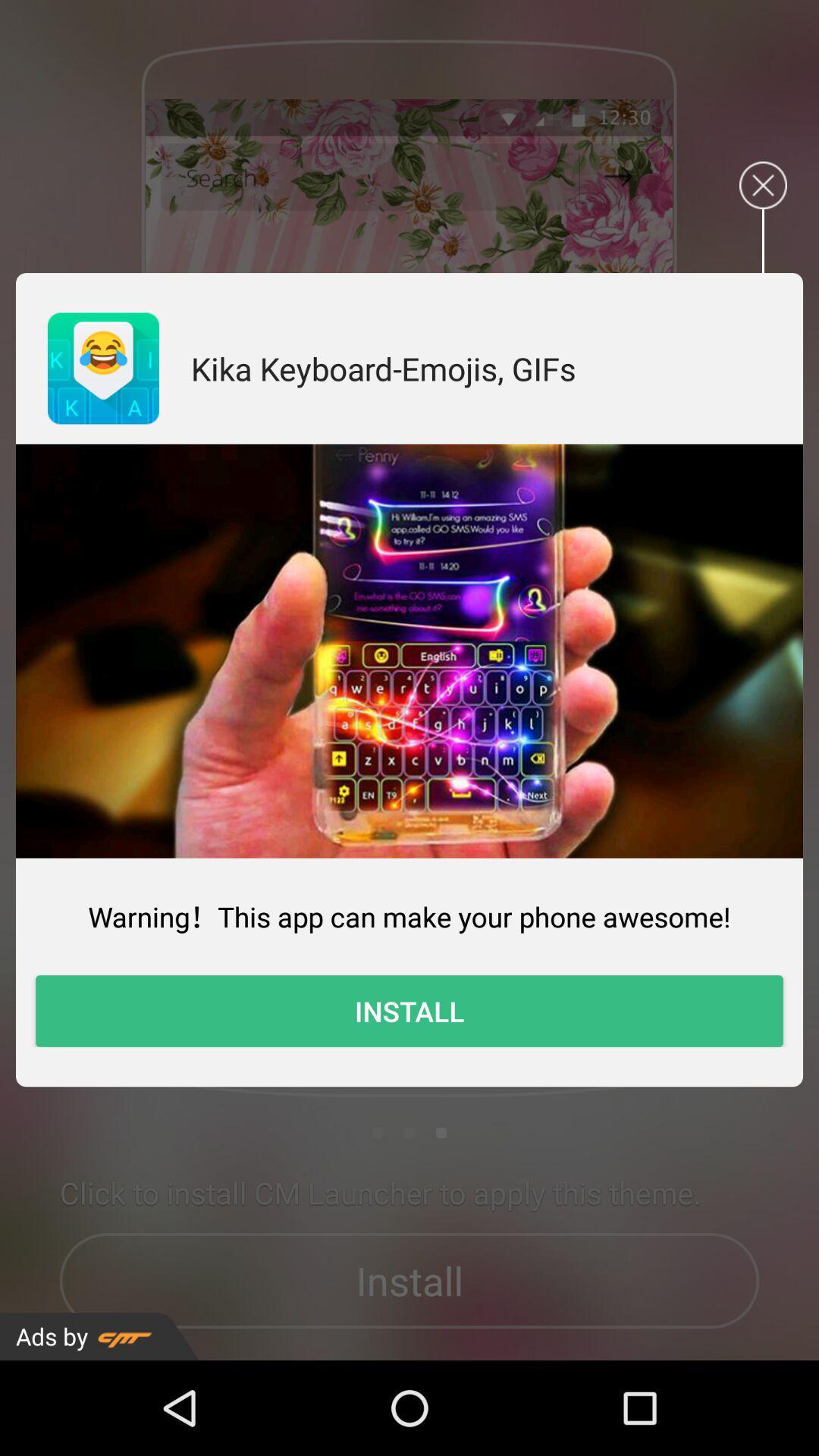 Image resolution: width=819 pixels, height=1456 pixels. I want to click on the advertisements, so click(763, 184).